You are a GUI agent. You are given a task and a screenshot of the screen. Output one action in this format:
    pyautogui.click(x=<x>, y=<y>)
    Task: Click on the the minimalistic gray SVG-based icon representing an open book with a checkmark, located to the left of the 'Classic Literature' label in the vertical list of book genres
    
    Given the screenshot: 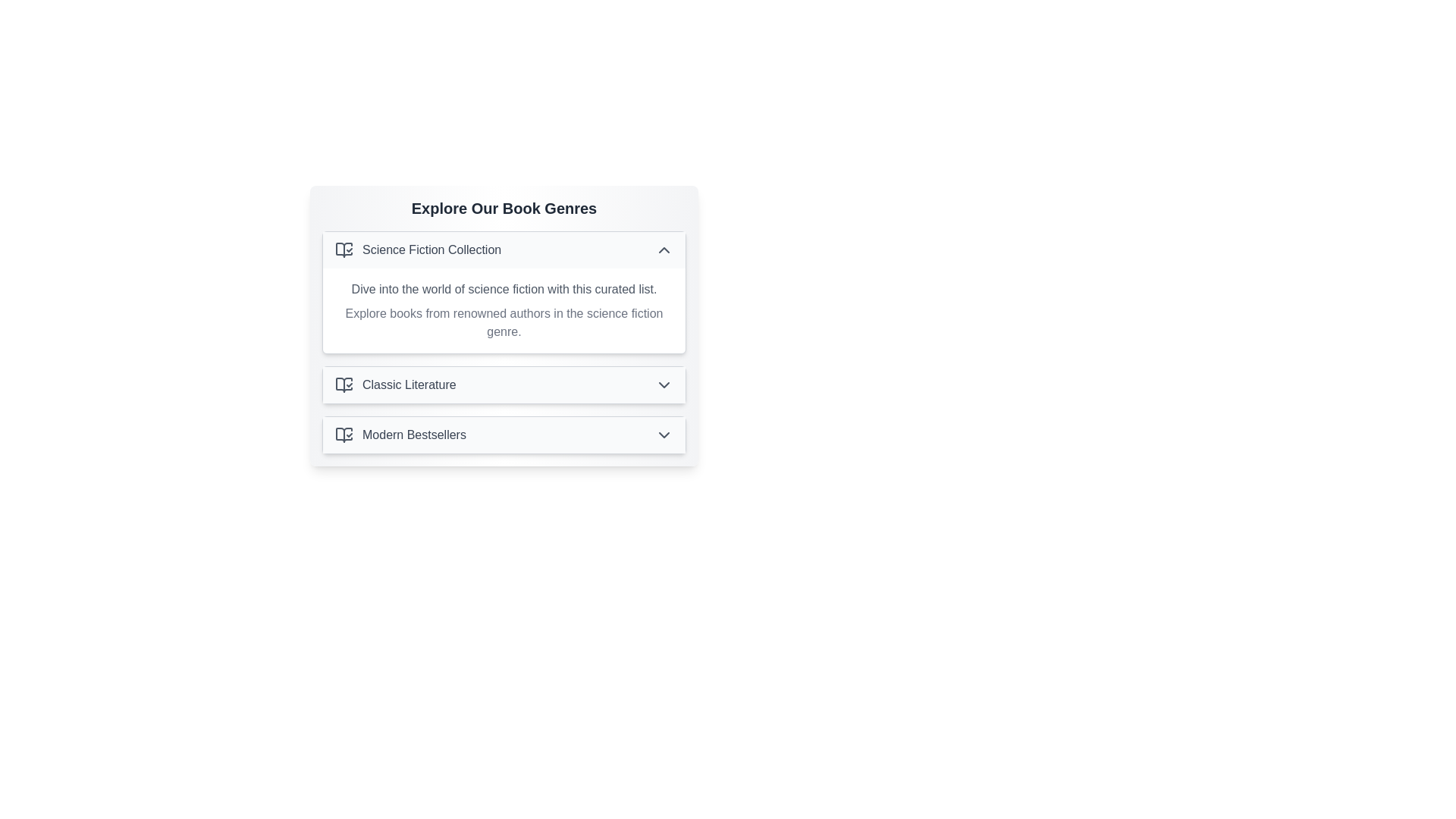 What is the action you would take?
    pyautogui.click(x=344, y=384)
    